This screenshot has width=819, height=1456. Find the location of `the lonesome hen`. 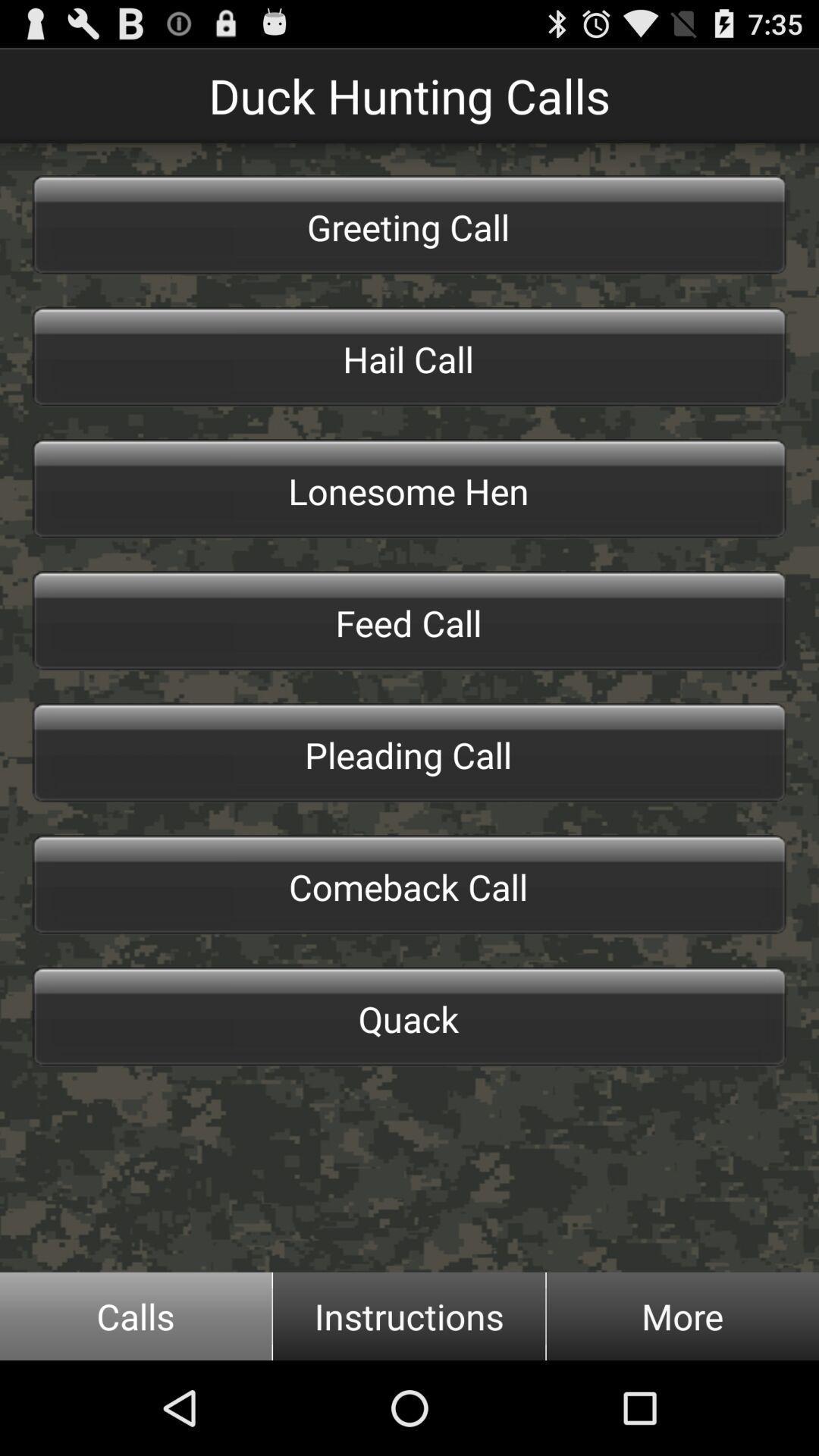

the lonesome hen is located at coordinates (409, 488).